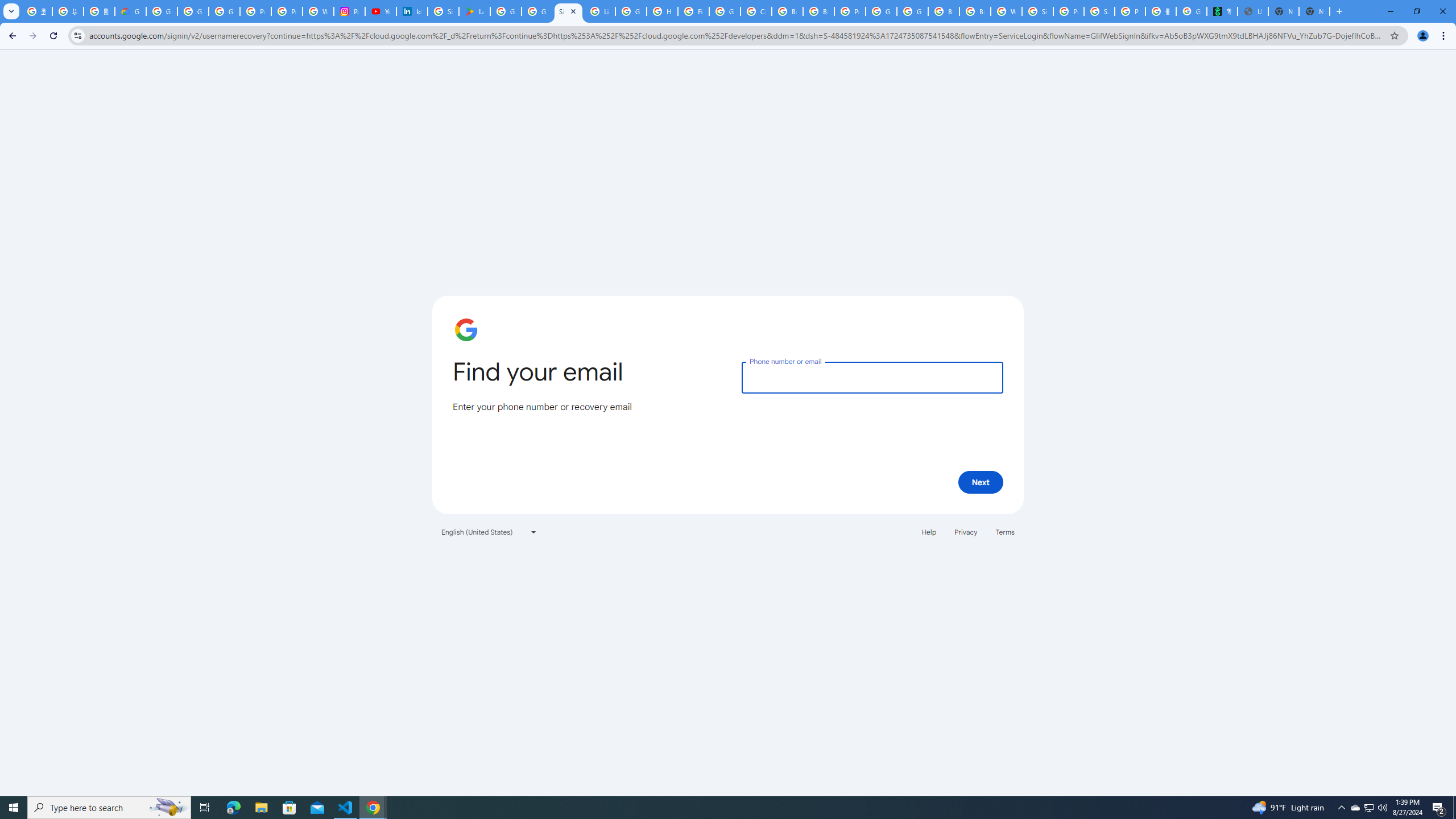  What do you see at coordinates (981, 481) in the screenshot?
I see `'Next'` at bounding box center [981, 481].